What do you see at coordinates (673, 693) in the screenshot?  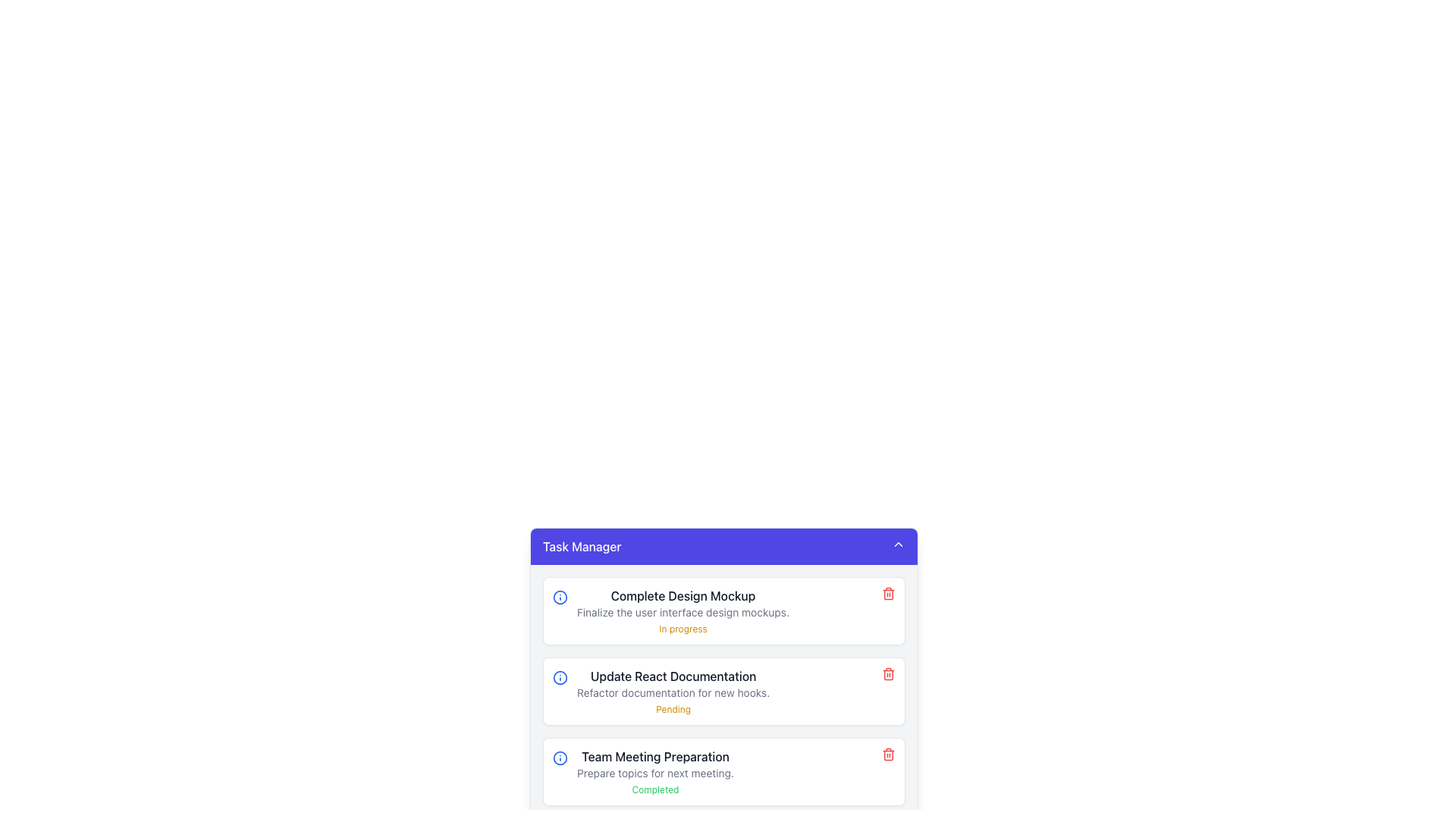 I see `text displayed in the Text Display element that shows 'Refactor documentation for new hooks.' located in the second task block of the Task Manager interface` at bounding box center [673, 693].